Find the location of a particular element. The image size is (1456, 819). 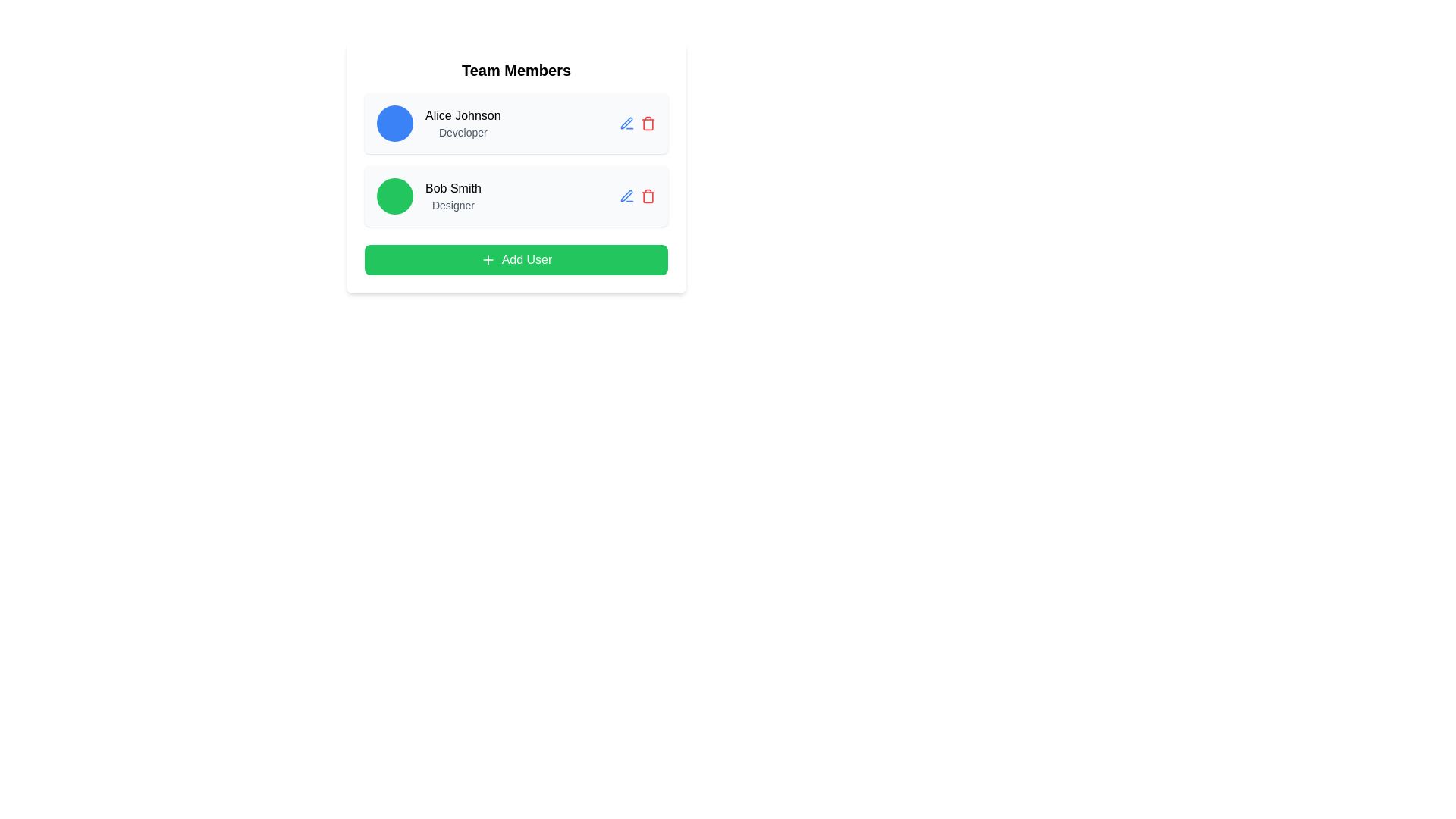

the 'Add User' button located centrally below the 'Team Members' section is located at coordinates (516, 259).